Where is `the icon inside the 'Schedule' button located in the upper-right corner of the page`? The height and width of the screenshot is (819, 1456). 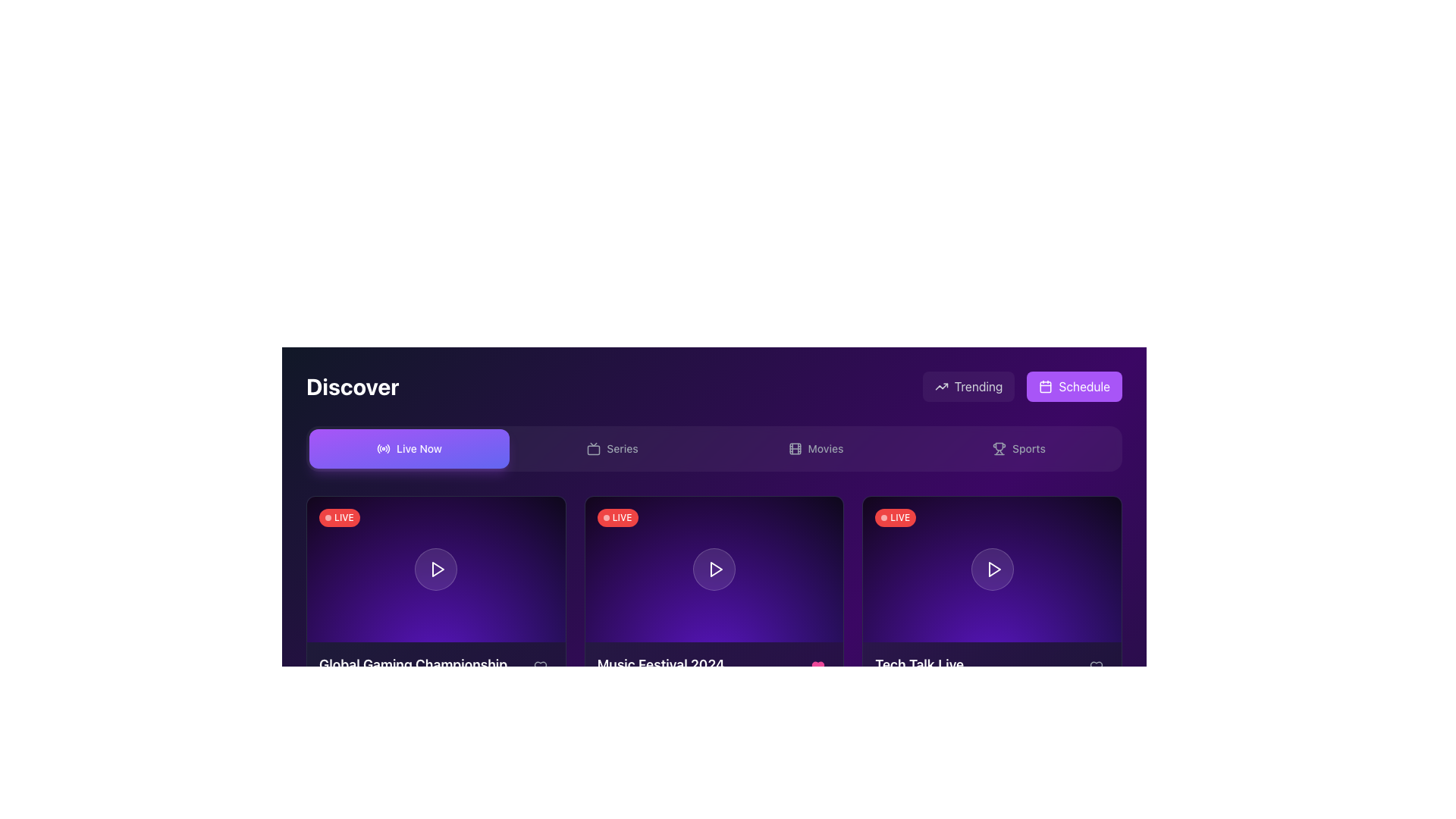 the icon inside the 'Schedule' button located in the upper-right corner of the page is located at coordinates (1045, 385).